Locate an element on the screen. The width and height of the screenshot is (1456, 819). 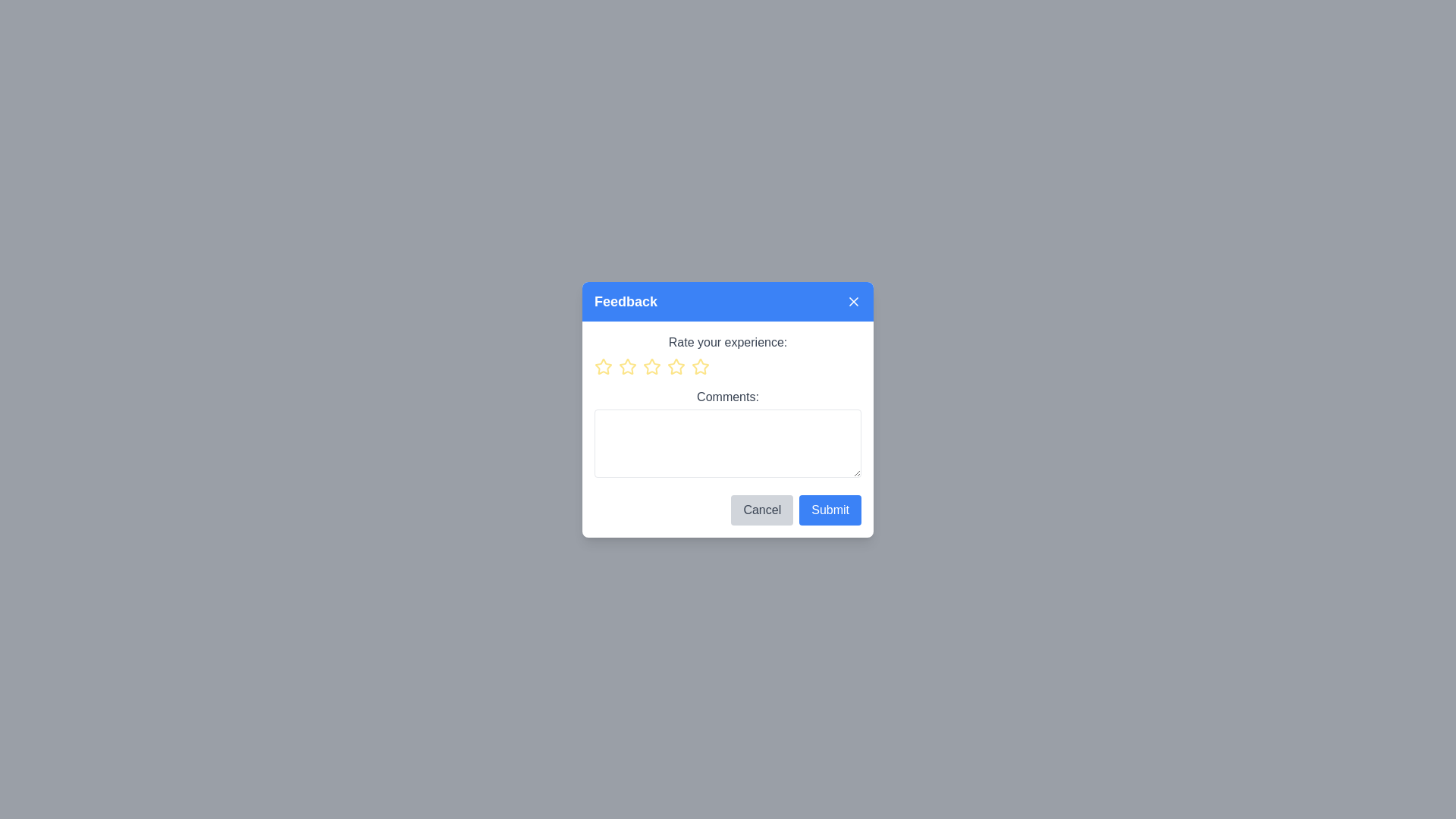
the second star-shaped rating icon, which is yellow outlined and part of a horizontal row of five stars is located at coordinates (628, 366).